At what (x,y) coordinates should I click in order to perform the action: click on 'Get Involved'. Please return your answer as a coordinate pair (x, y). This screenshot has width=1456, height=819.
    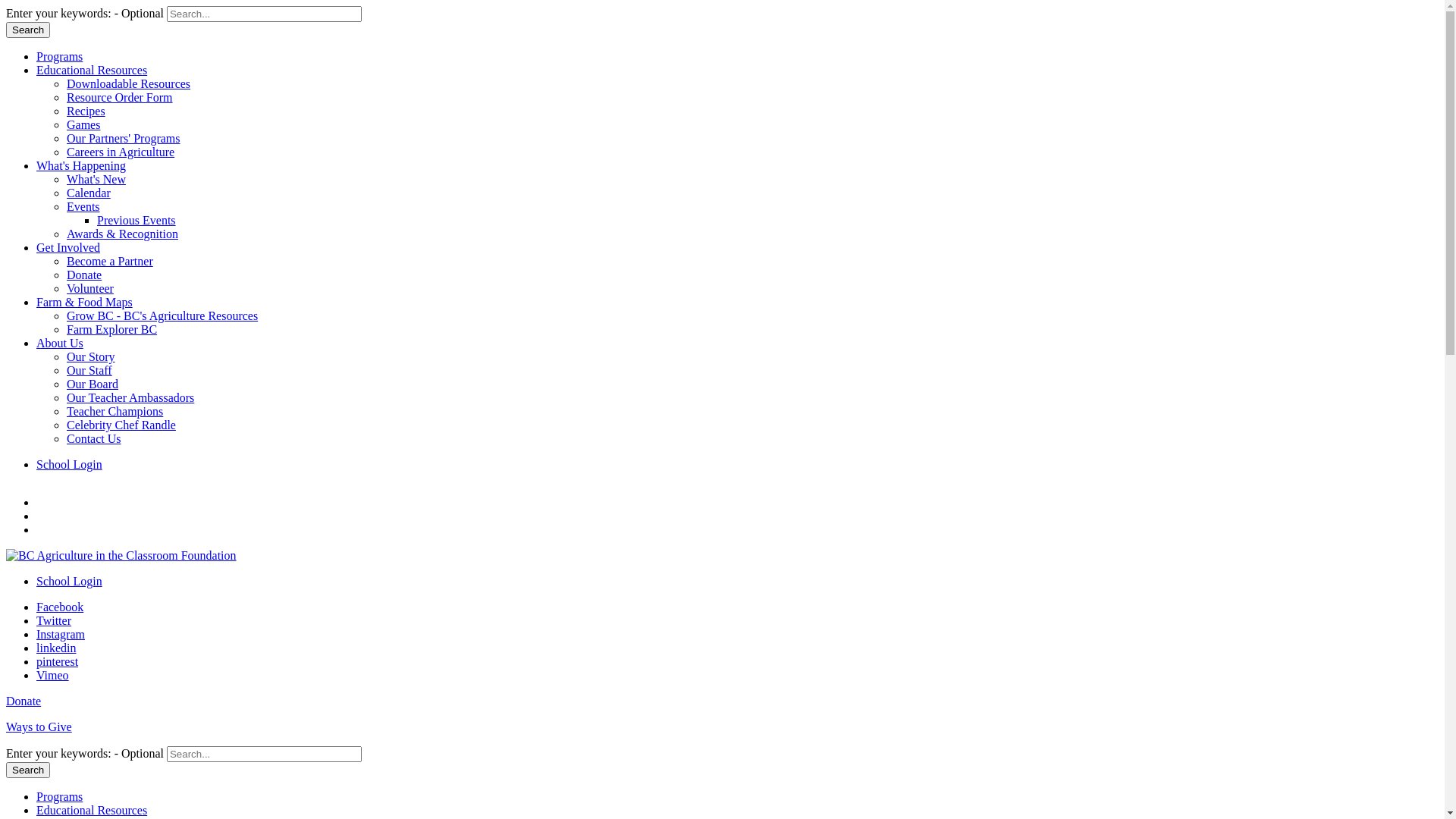
    Looking at the image, I should click on (67, 246).